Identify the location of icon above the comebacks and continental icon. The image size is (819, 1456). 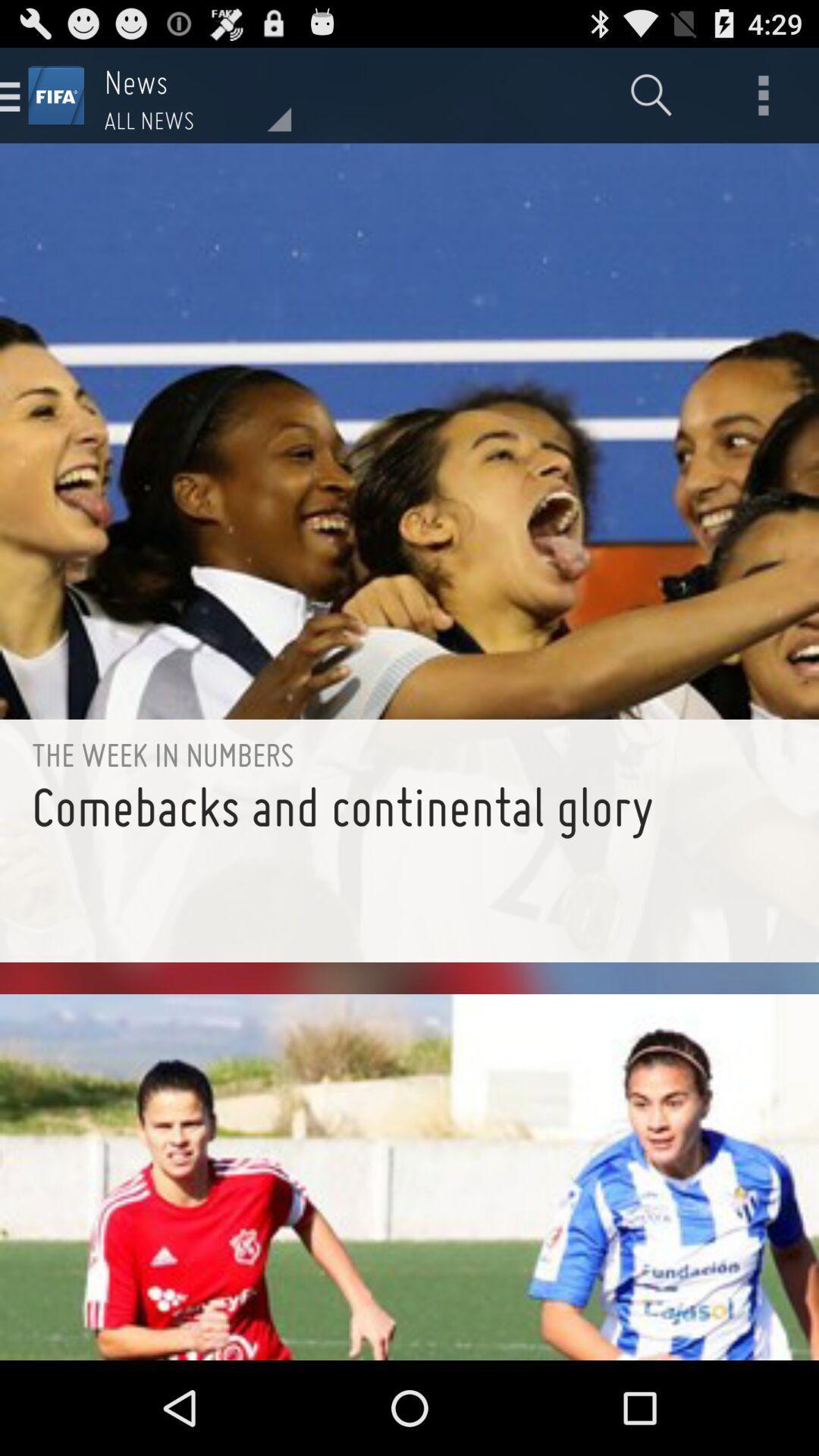
(409, 755).